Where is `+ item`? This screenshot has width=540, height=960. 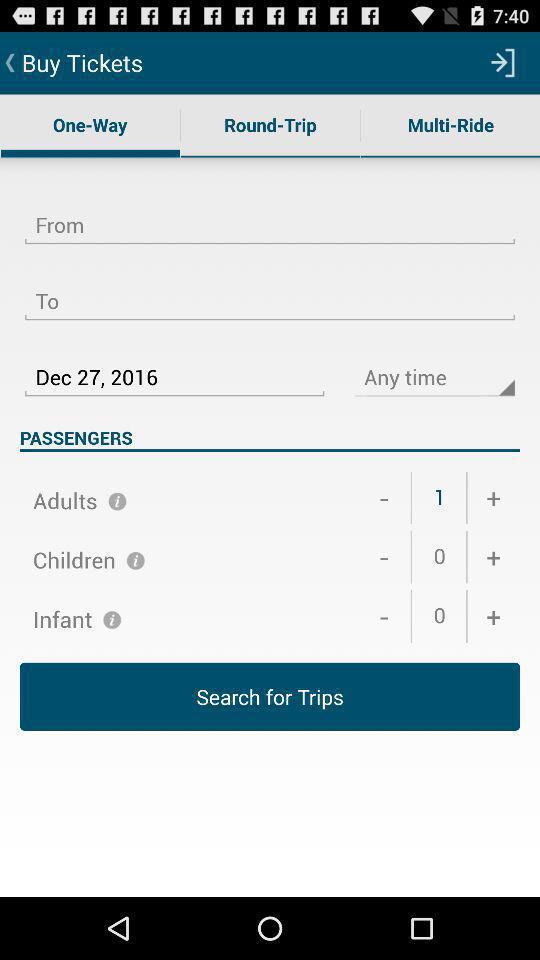 + item is located at coordinates (492, 557).